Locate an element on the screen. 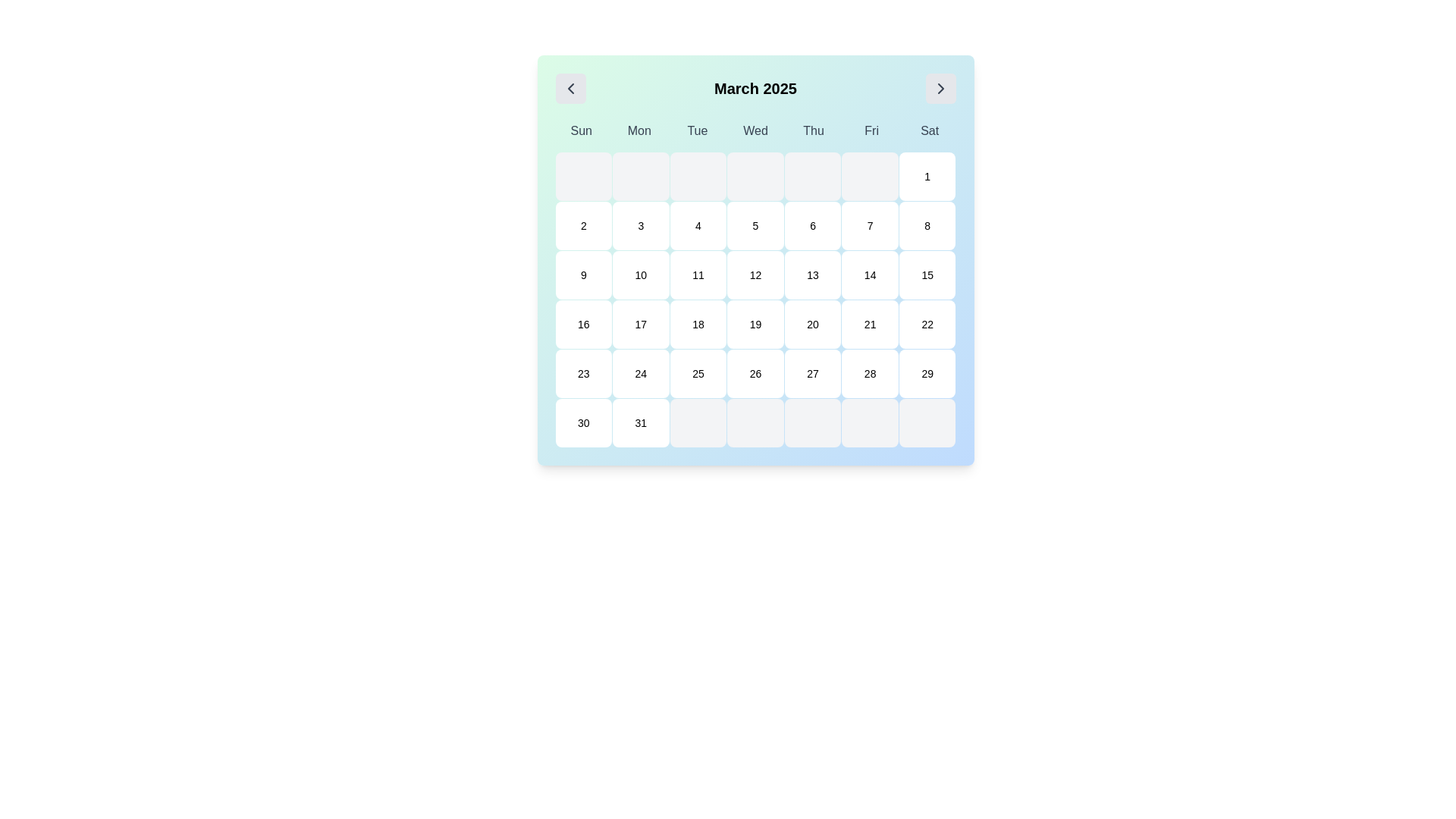 The width and height of the screenshot is (1456, 819). the button representing the date '11' in the calendar view to prompt a highlight is located at coordinates (697, 275).